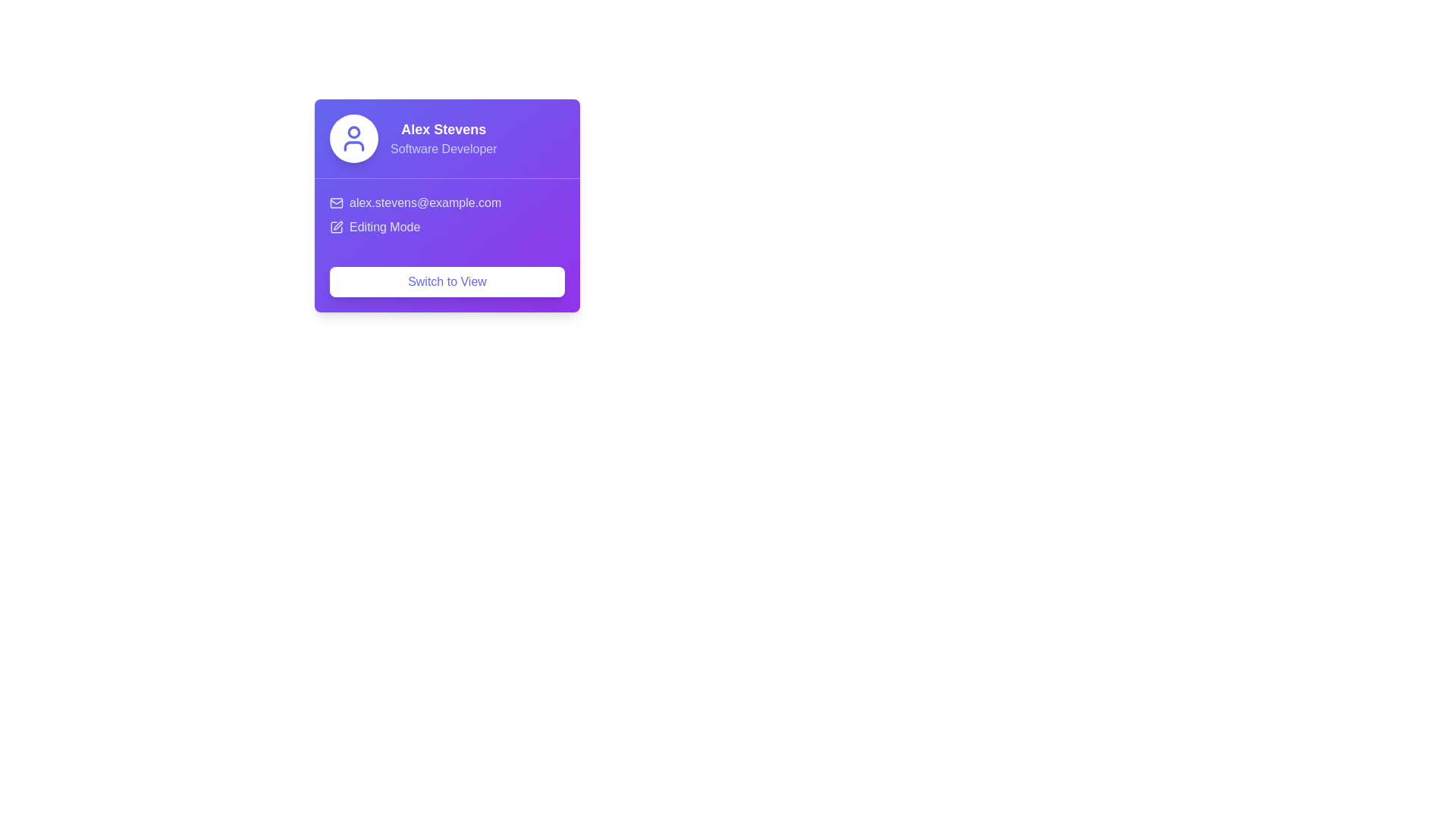 The width and height of the screenshot is (1456, 819). What do you see at coordinates (447, 281) in the screenshot?
I see `the rectangular button labeled 'Switch` at bounding box center [447, 281].